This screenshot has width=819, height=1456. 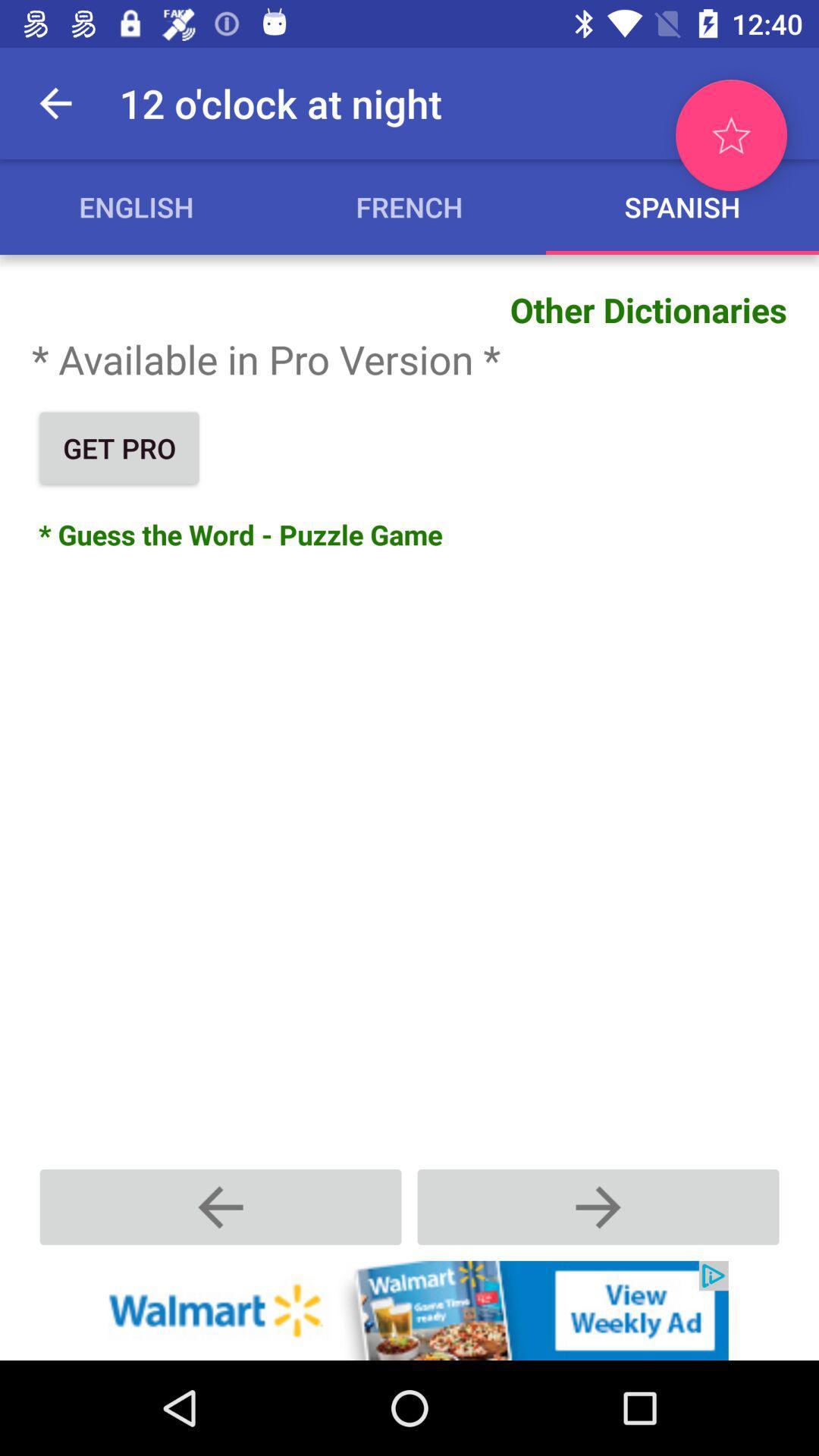 What do you see at coordinates (598, 1206) in the screenshot?
I see `the forword` at bounding box center [598, 1206].